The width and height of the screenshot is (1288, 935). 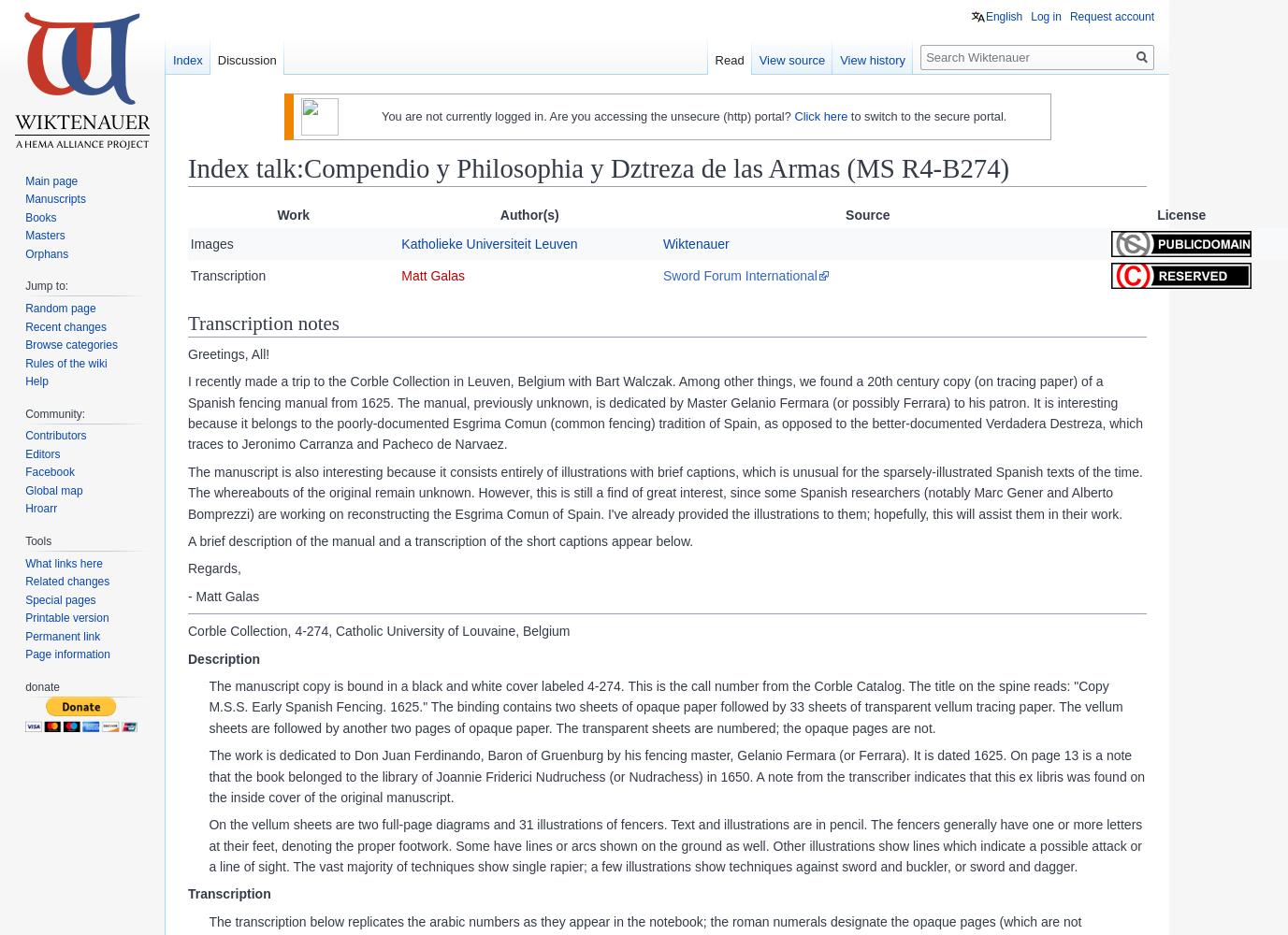 What do you see at coordinates (676, 775) in the screenshot?
I see `'The work is dedicated to Don Juan Ferdinando, Baron of Gruenburg by his fencing master, Gelanio Fermara (or Ferrara). It is dated 1625. On page 13 is a note that the book belonged to the library of Joannie Friderici Nudruchess (or Nudrachess) in 1650. A note from the transcriber indicates that this ex libris was found on the inside cover of the original manuscript.'` at bounding box center [676, 775].